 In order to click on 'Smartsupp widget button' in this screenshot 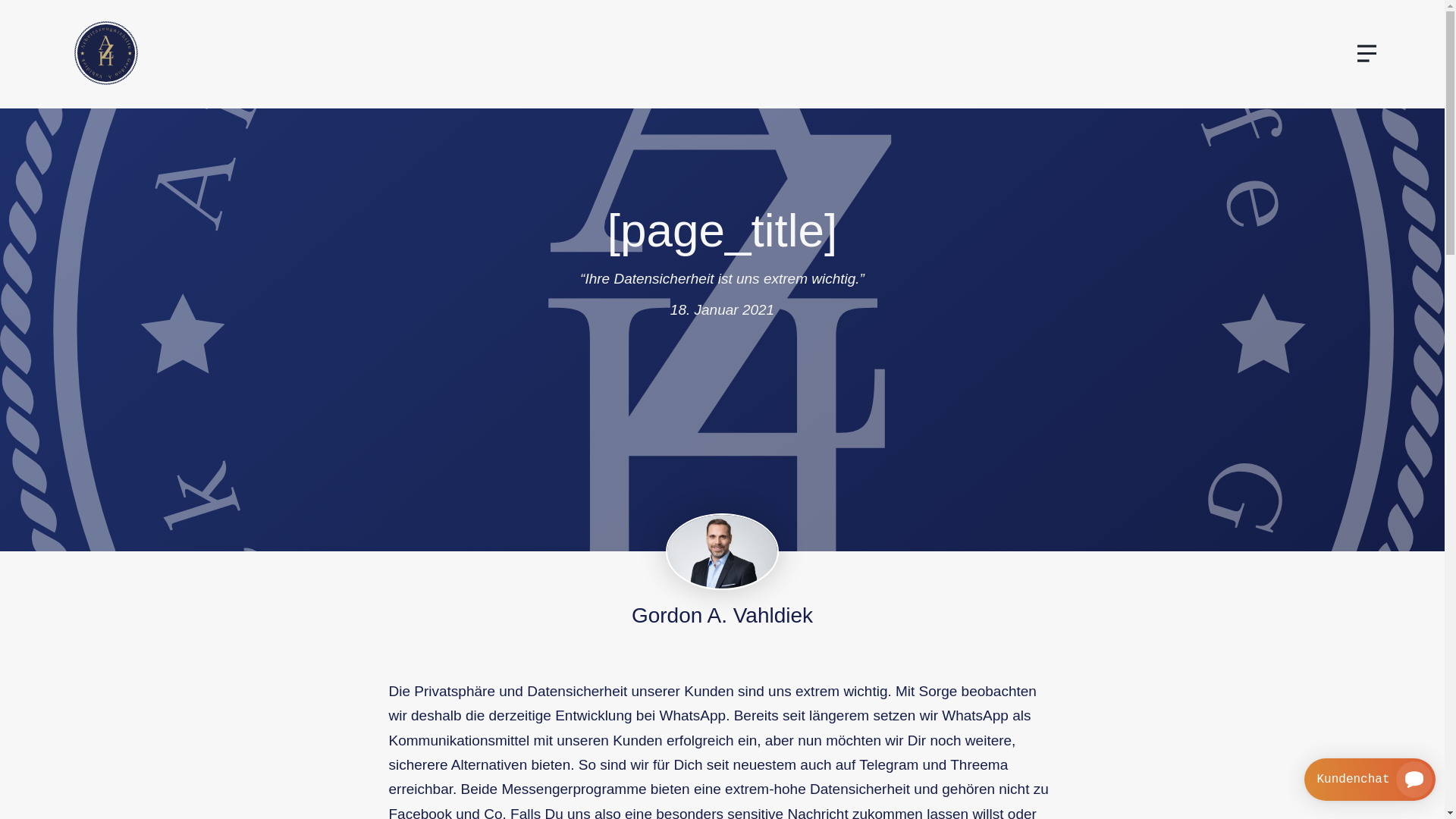, I will do `click(1370, 780)`.